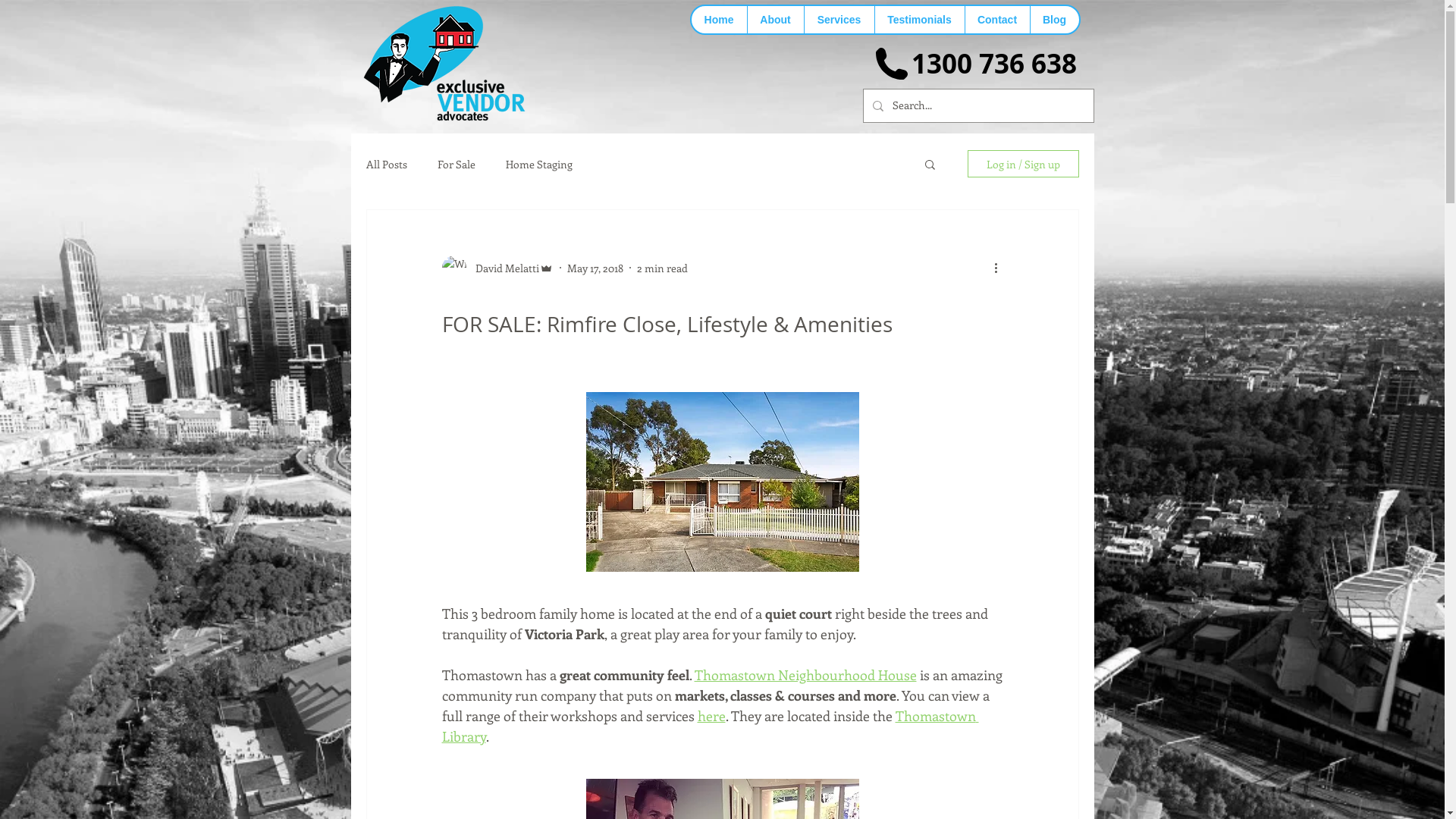 The height and width of the screenshot is (819, 1456). I want to click on 'All Posts', so click(385, 163).